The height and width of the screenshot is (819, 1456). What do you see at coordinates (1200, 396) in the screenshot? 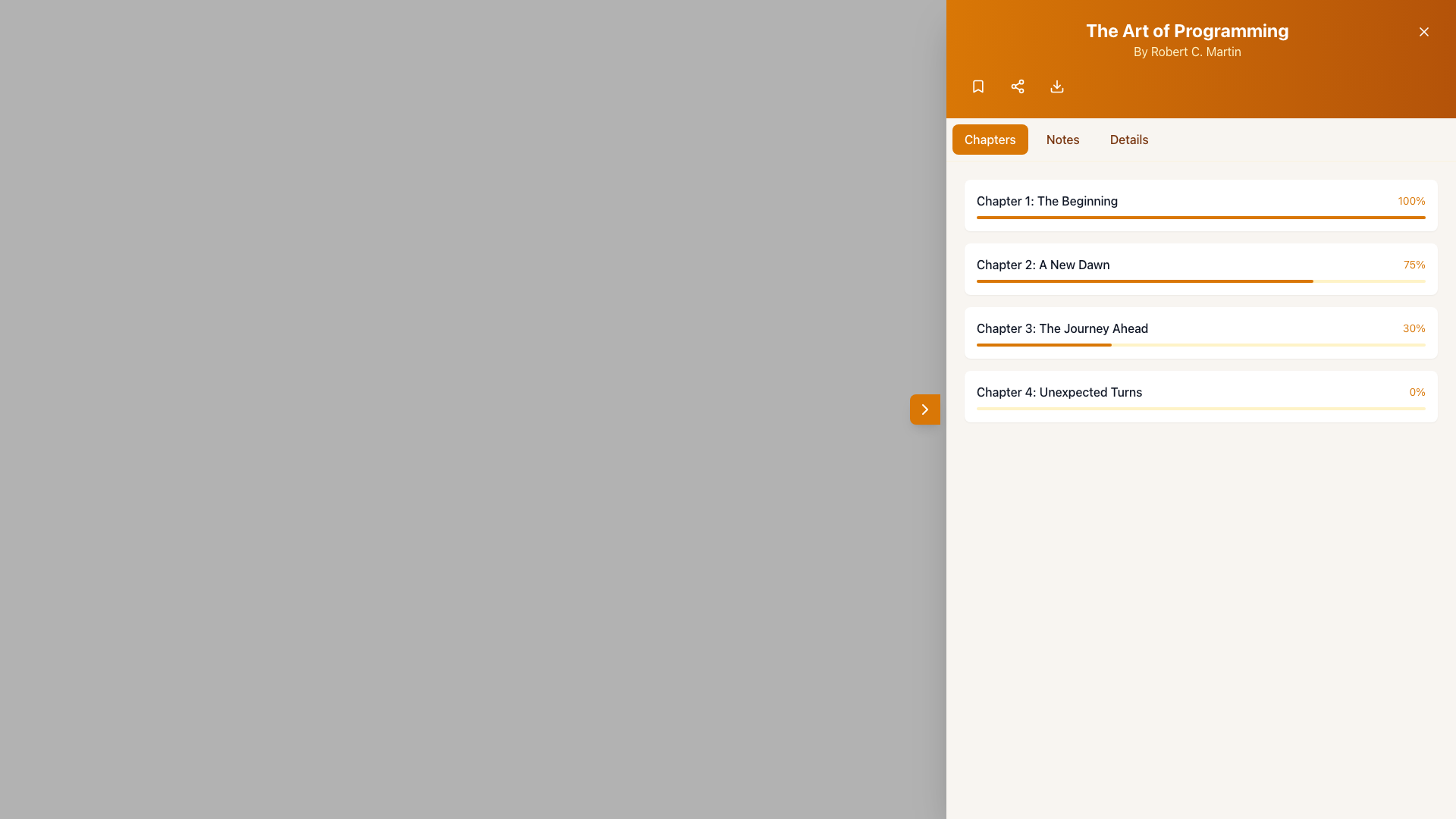
I see `the fourth informational card with progress indicator, which represents a chapter in the book or course module, located at the bottom of the list` at bounding box center [1200, 396].